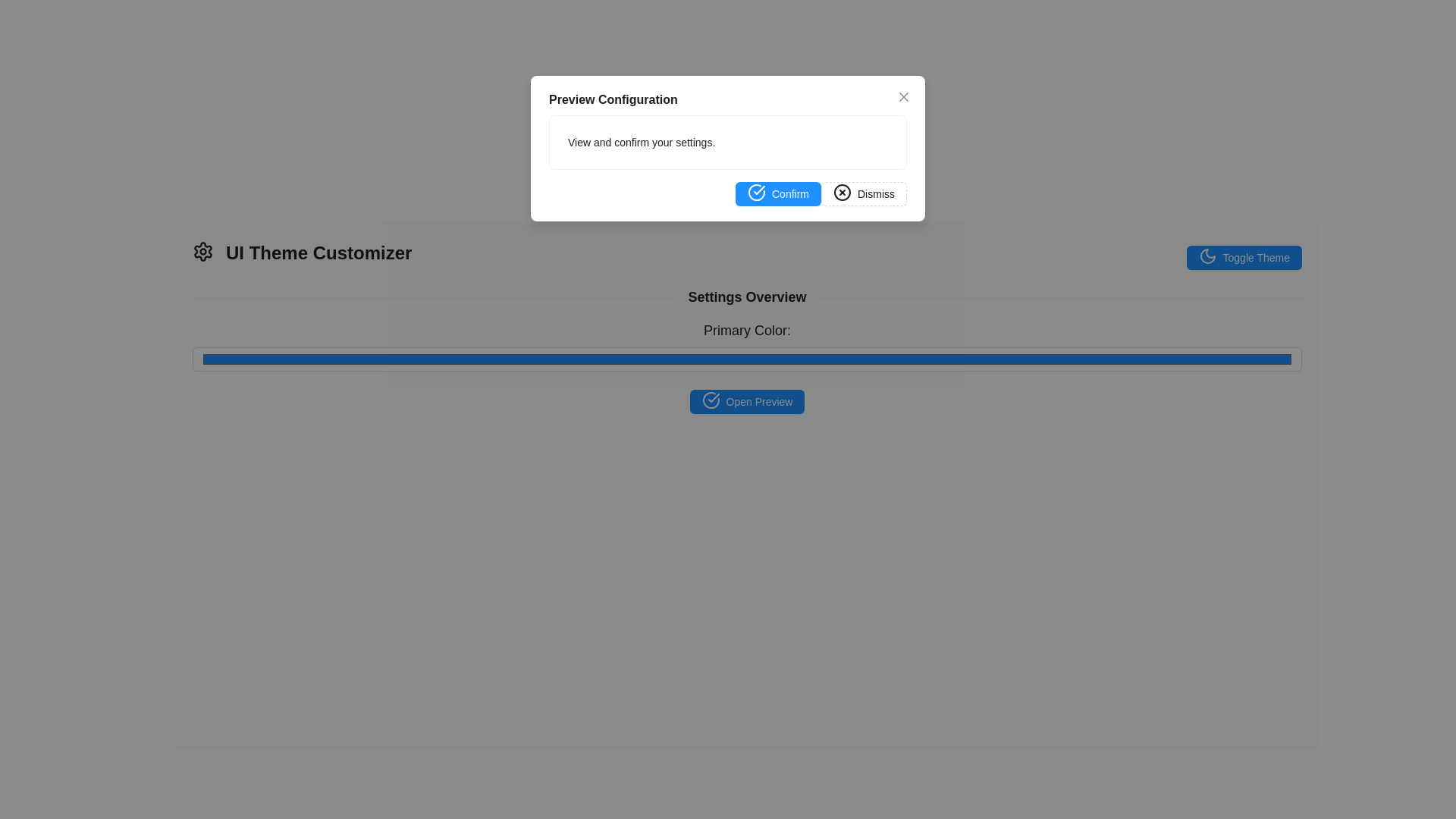 The width and height of the screenshot is (1456, 819). What do you see at coordinates (759, 400) in the screenshot?
I see `the 'Open Preview' text label, which is located inside a button at the bottom center of the interface` at bounding box center [759, 400].